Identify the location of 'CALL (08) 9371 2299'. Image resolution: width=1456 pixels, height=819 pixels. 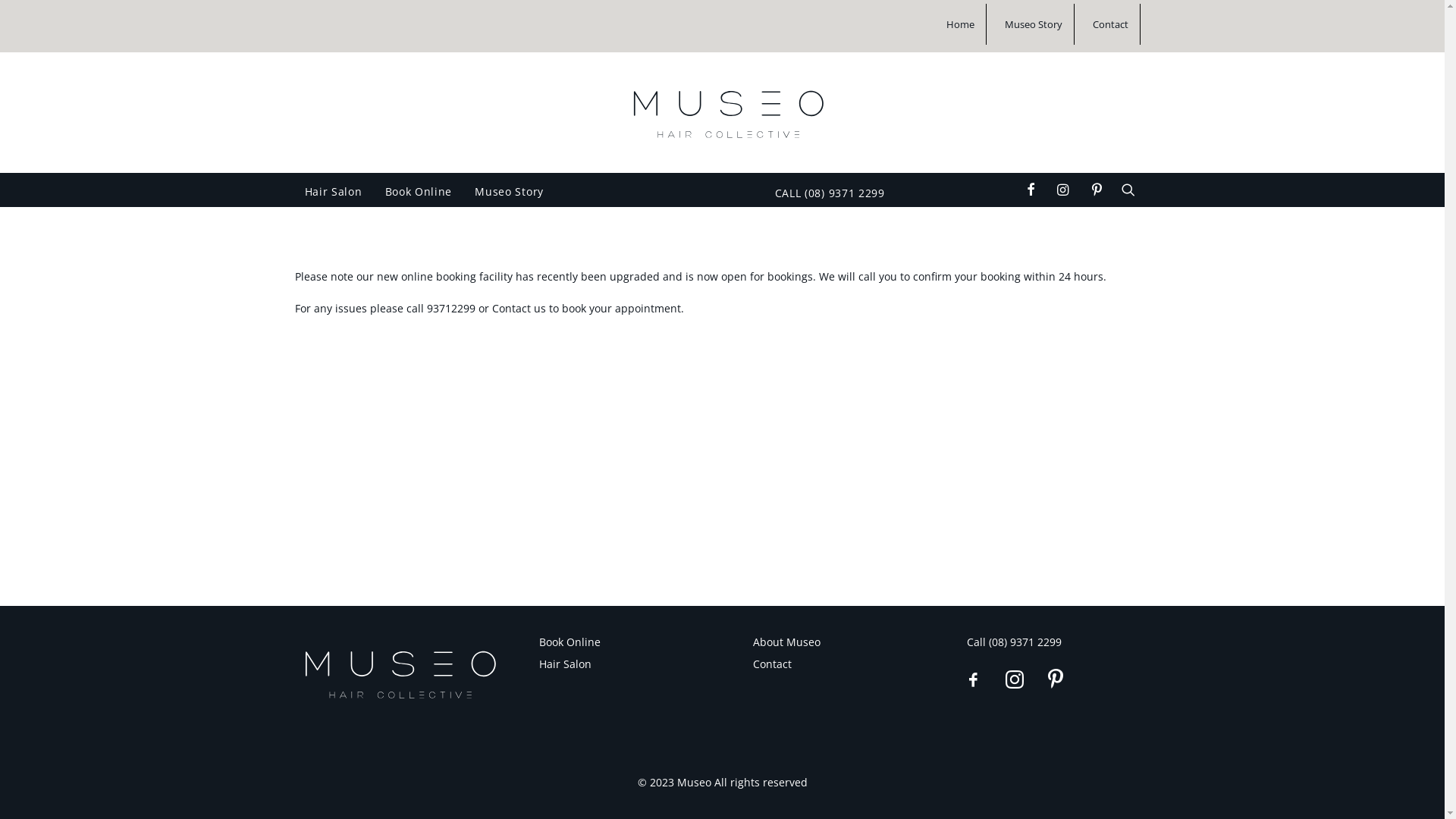
(823, 192).